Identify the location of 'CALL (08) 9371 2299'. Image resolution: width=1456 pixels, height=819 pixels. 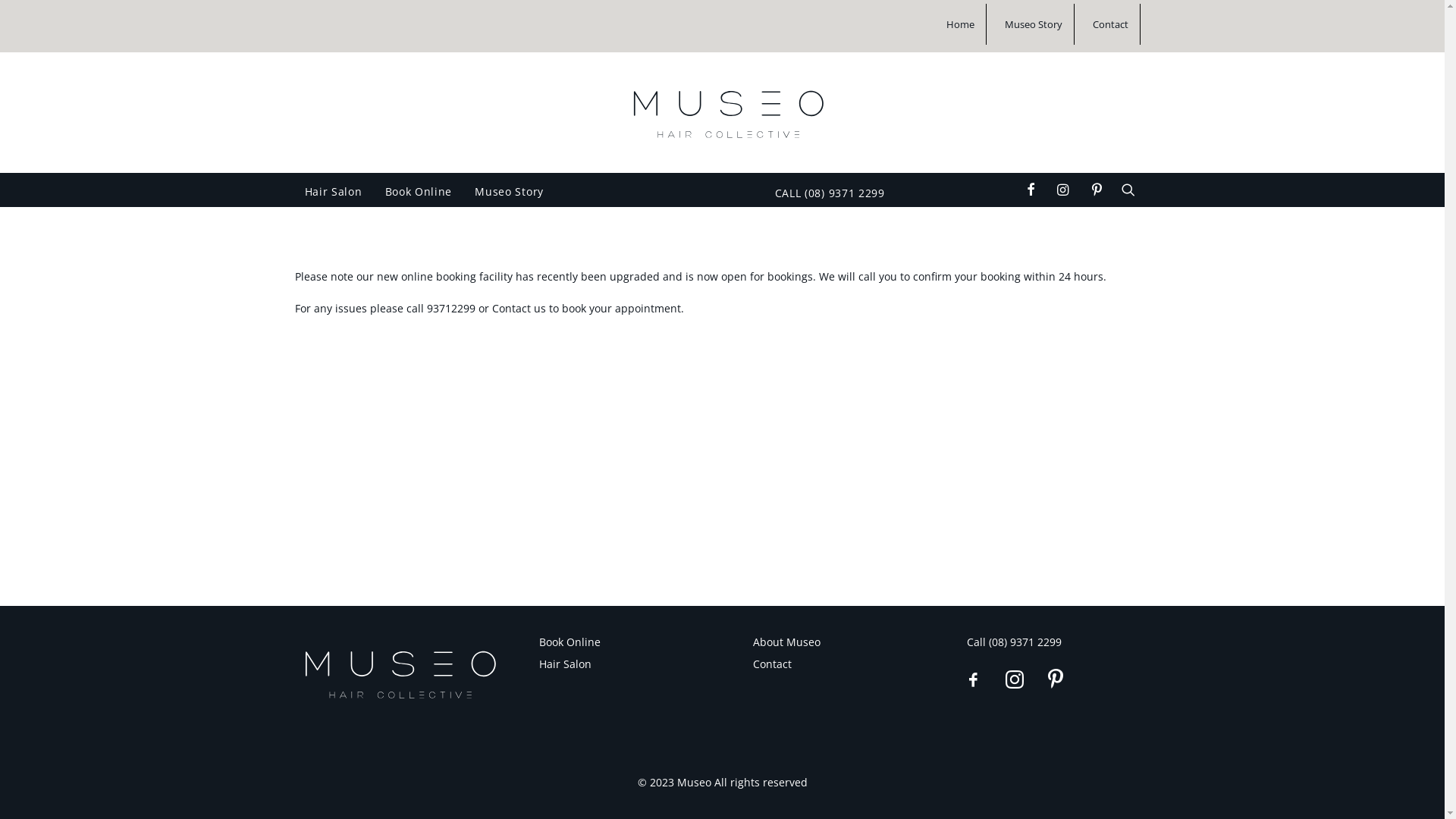
(823, 192).